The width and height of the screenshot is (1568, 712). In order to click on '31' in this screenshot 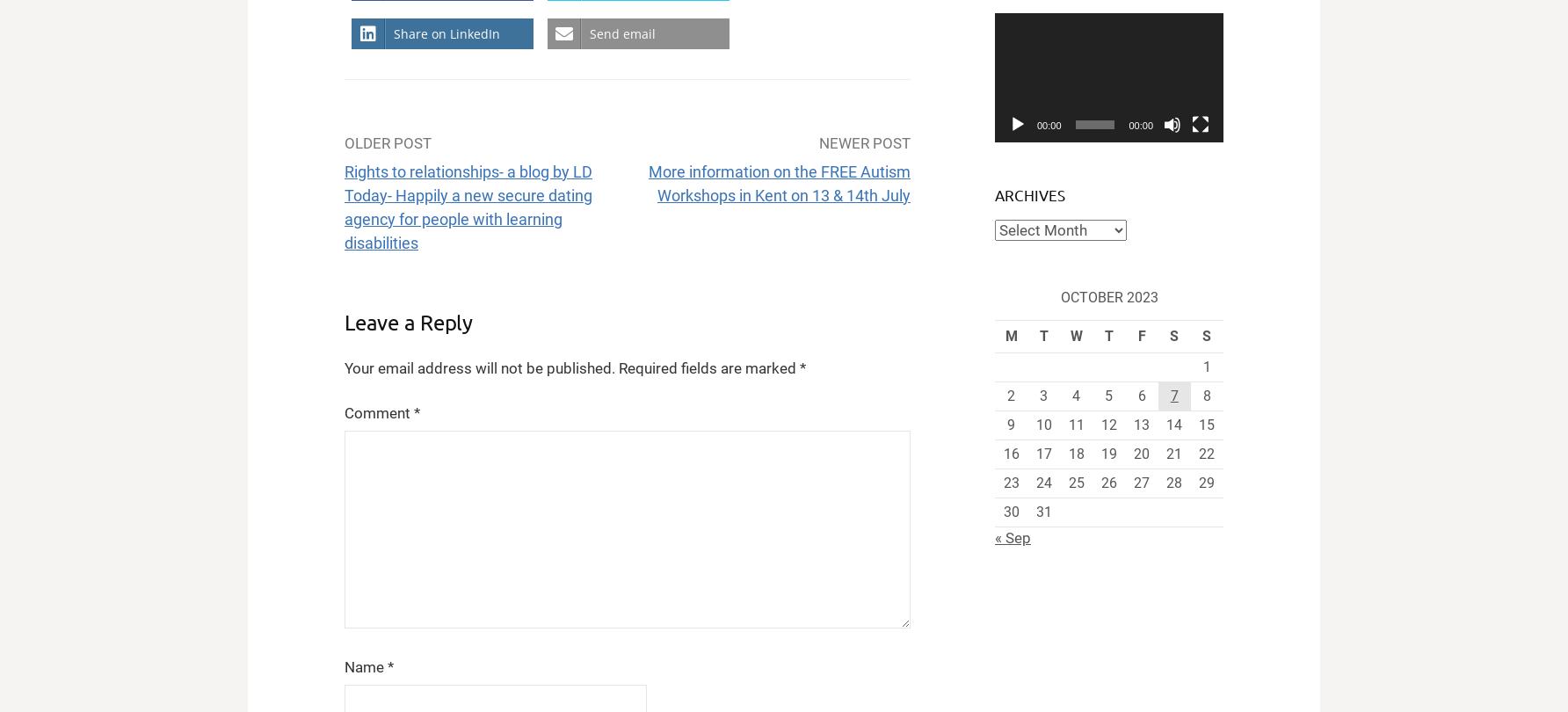, I will do `click(1043, 512)`.